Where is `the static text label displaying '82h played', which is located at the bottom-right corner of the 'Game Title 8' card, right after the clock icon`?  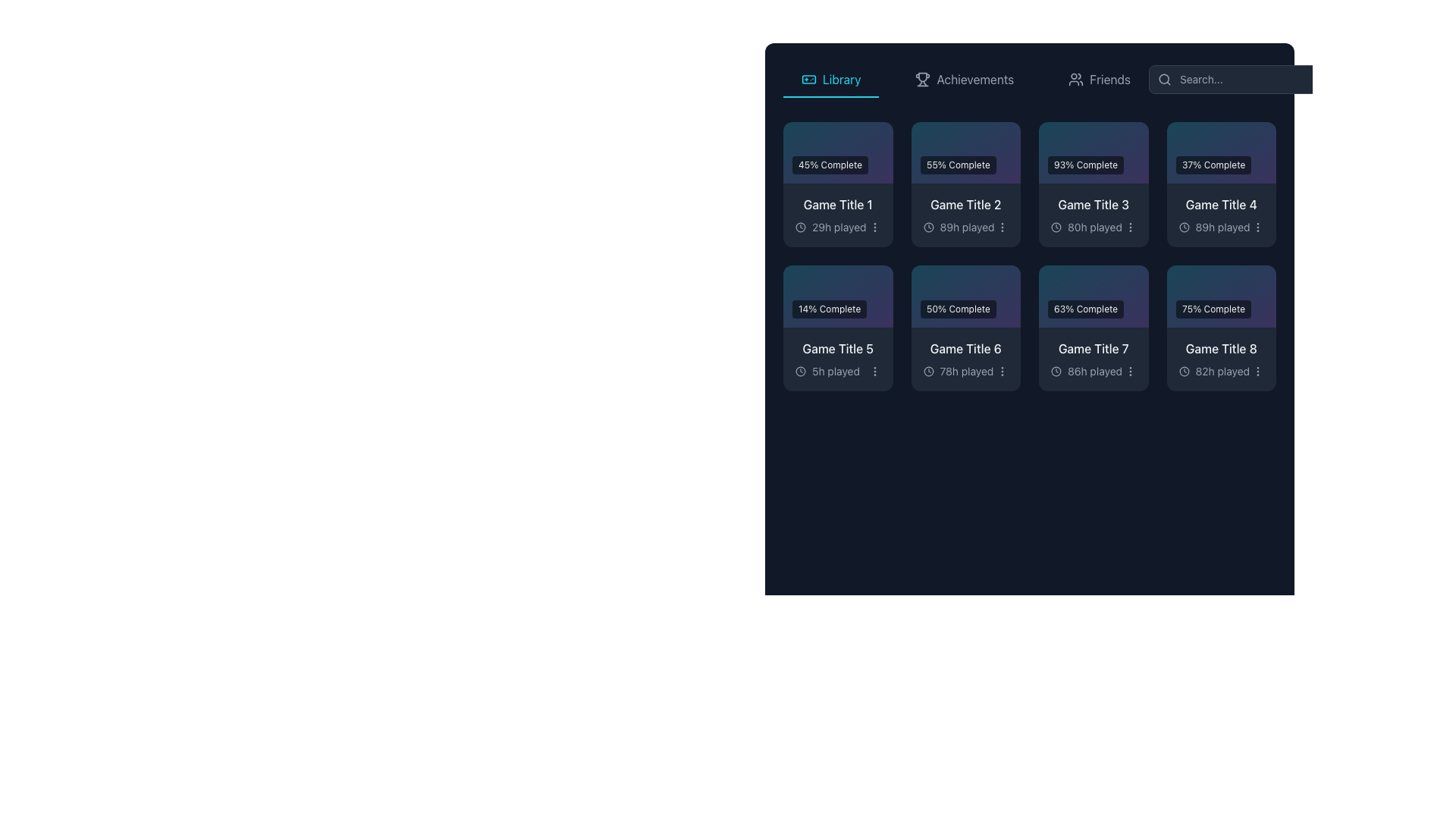
the static text label displaying '82h played', which is located at the bottom-right corner of the 'Game Title 8' card, right after the clock icon is located at coordinates (1222, 371).